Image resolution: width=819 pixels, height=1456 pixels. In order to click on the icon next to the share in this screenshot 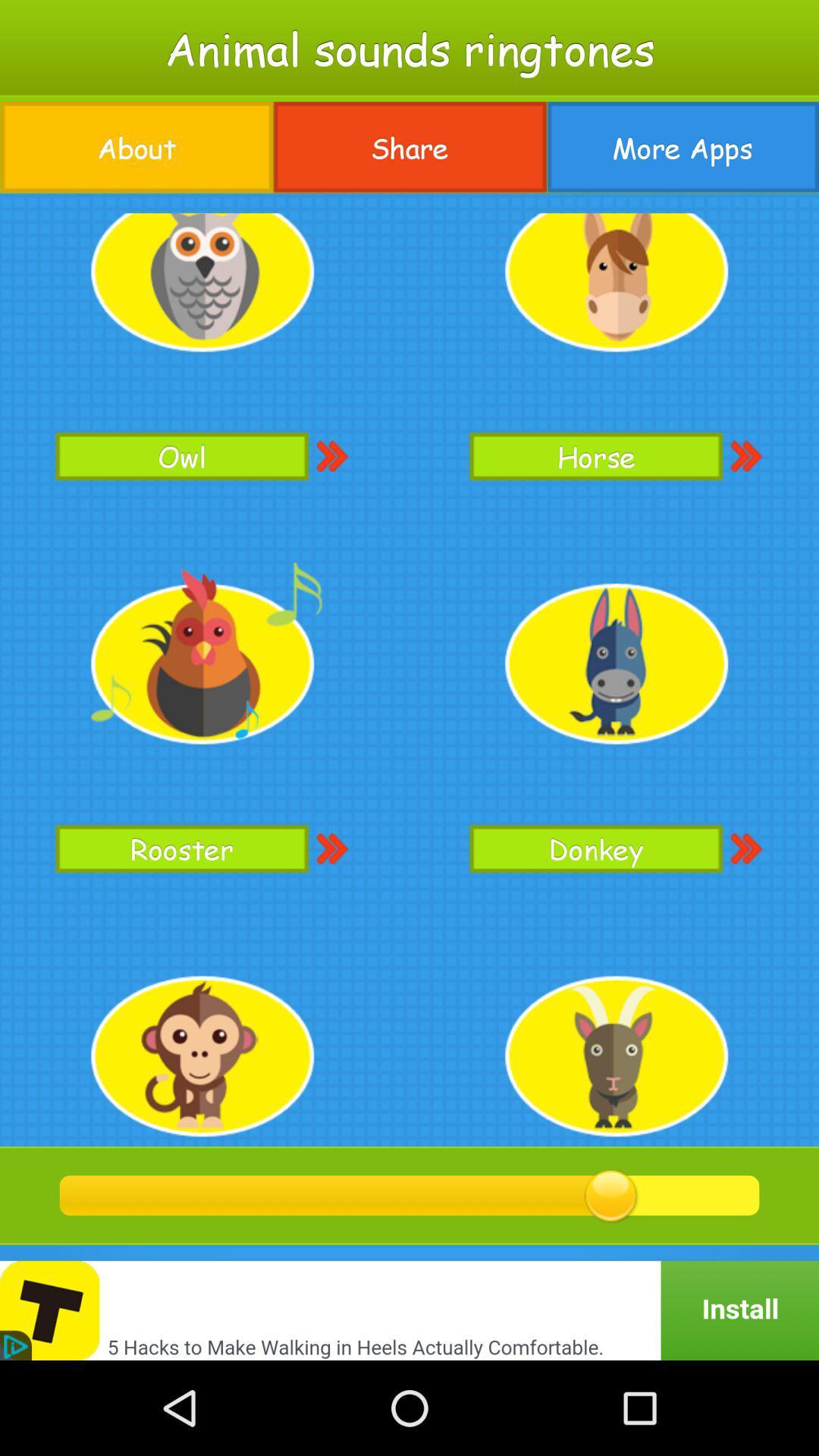, I will do `click(682, 147)`.